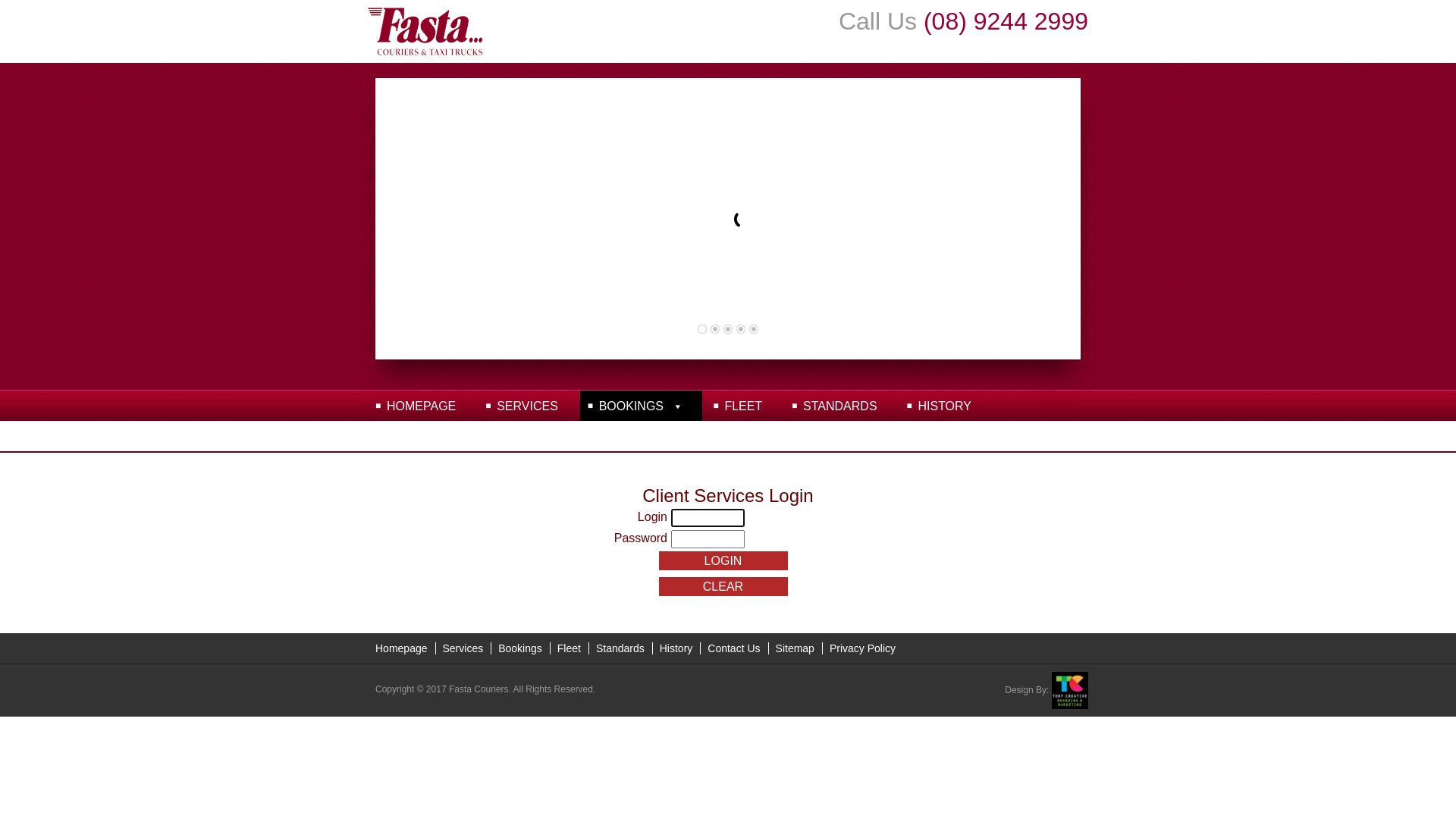 The image size is (1456, 819). Describe the element at coordinates (733, 648) in the screenshot. I see `'Contact Us'` at that location.